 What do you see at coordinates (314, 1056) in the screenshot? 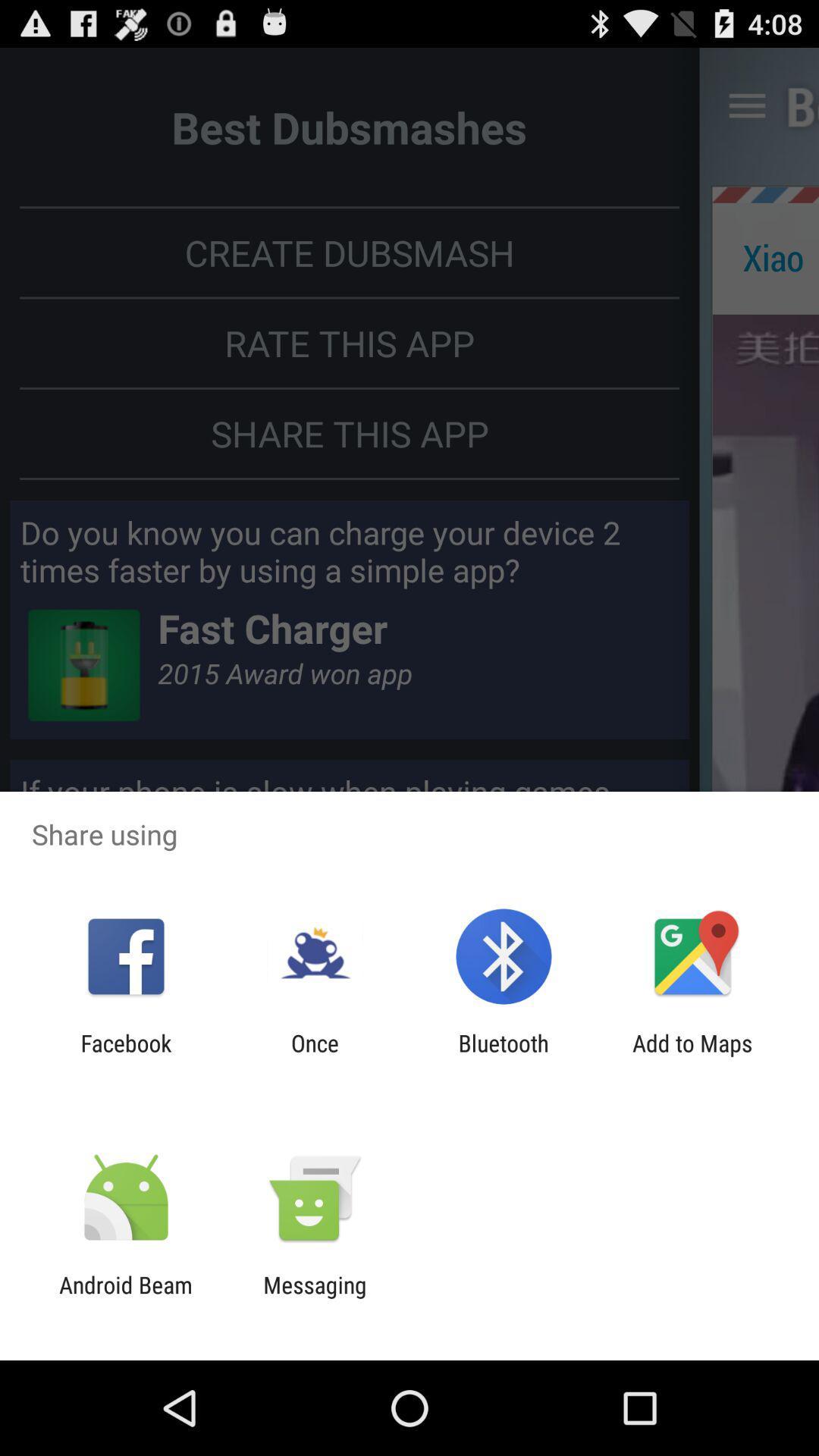
I see `the item next to the bluetooth item` at bounding box center [314, 1056].